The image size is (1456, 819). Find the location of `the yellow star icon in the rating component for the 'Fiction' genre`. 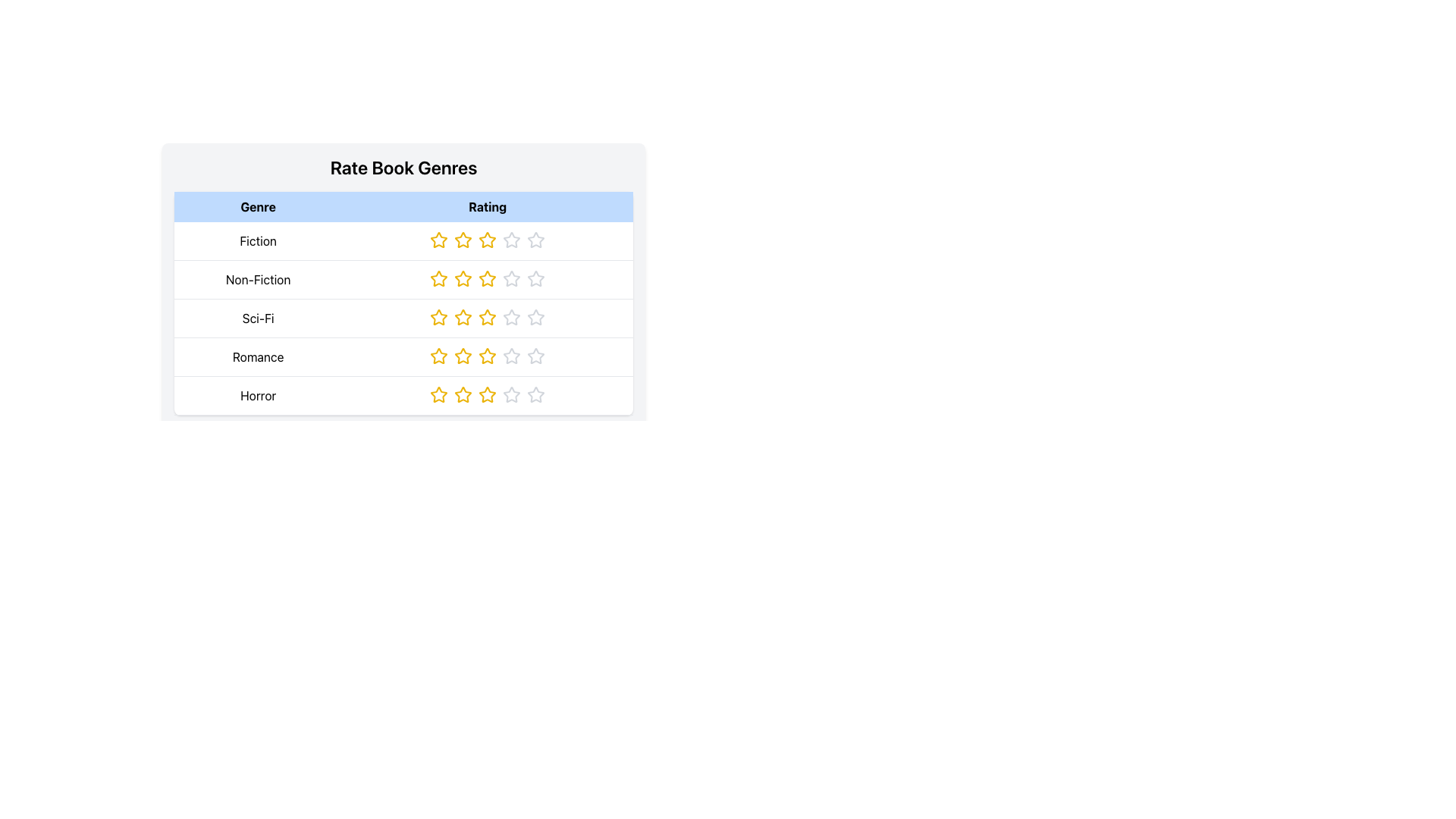

the yellow star icon in the rating component for the 'Fiction' genre is located at coordinates (438, 239).